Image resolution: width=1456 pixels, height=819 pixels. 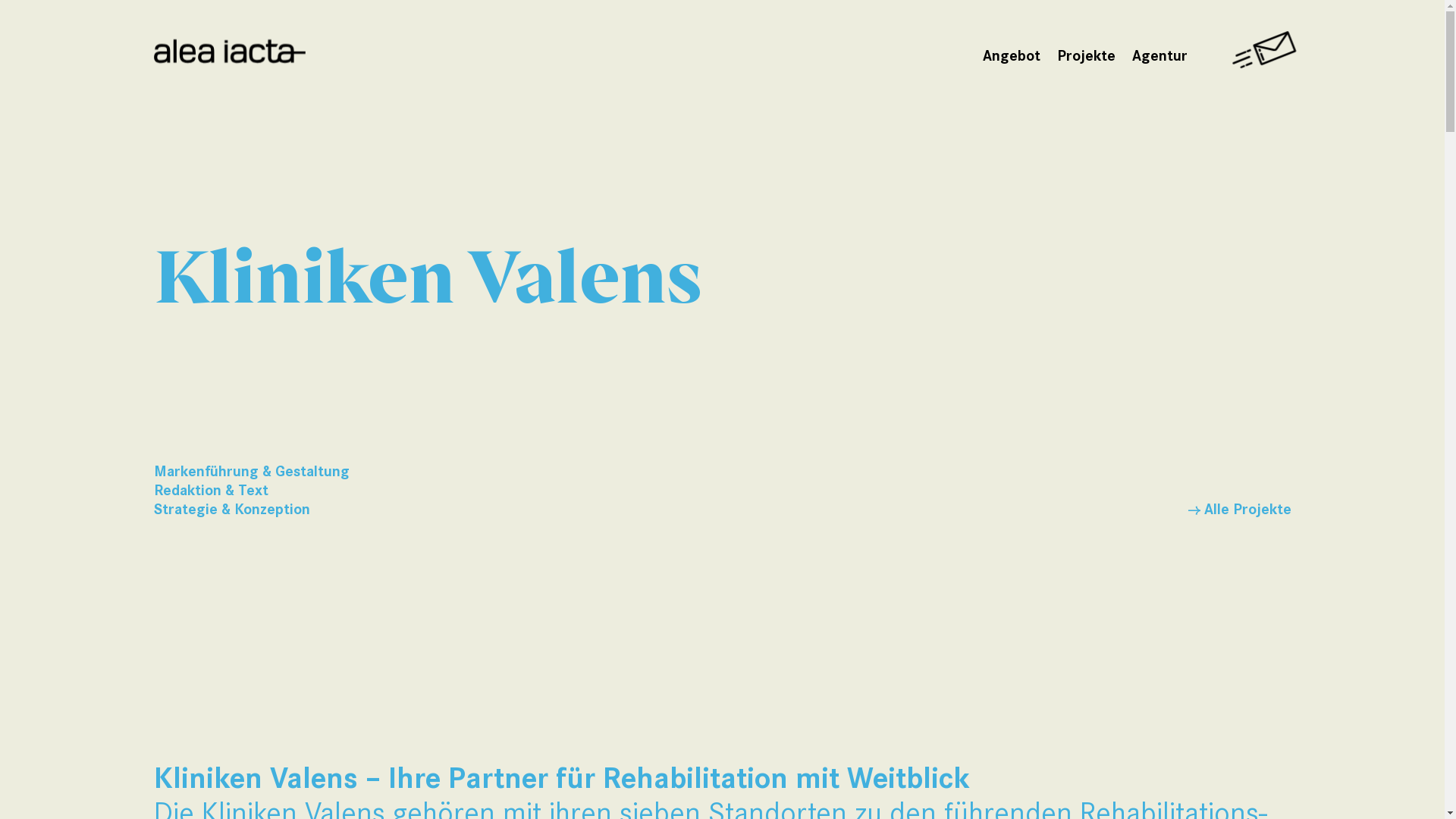 What do you see at coordinates (228, 52) in the screenshot?
I see `'Logo alea iacta'` at bounding box center [228, 52].